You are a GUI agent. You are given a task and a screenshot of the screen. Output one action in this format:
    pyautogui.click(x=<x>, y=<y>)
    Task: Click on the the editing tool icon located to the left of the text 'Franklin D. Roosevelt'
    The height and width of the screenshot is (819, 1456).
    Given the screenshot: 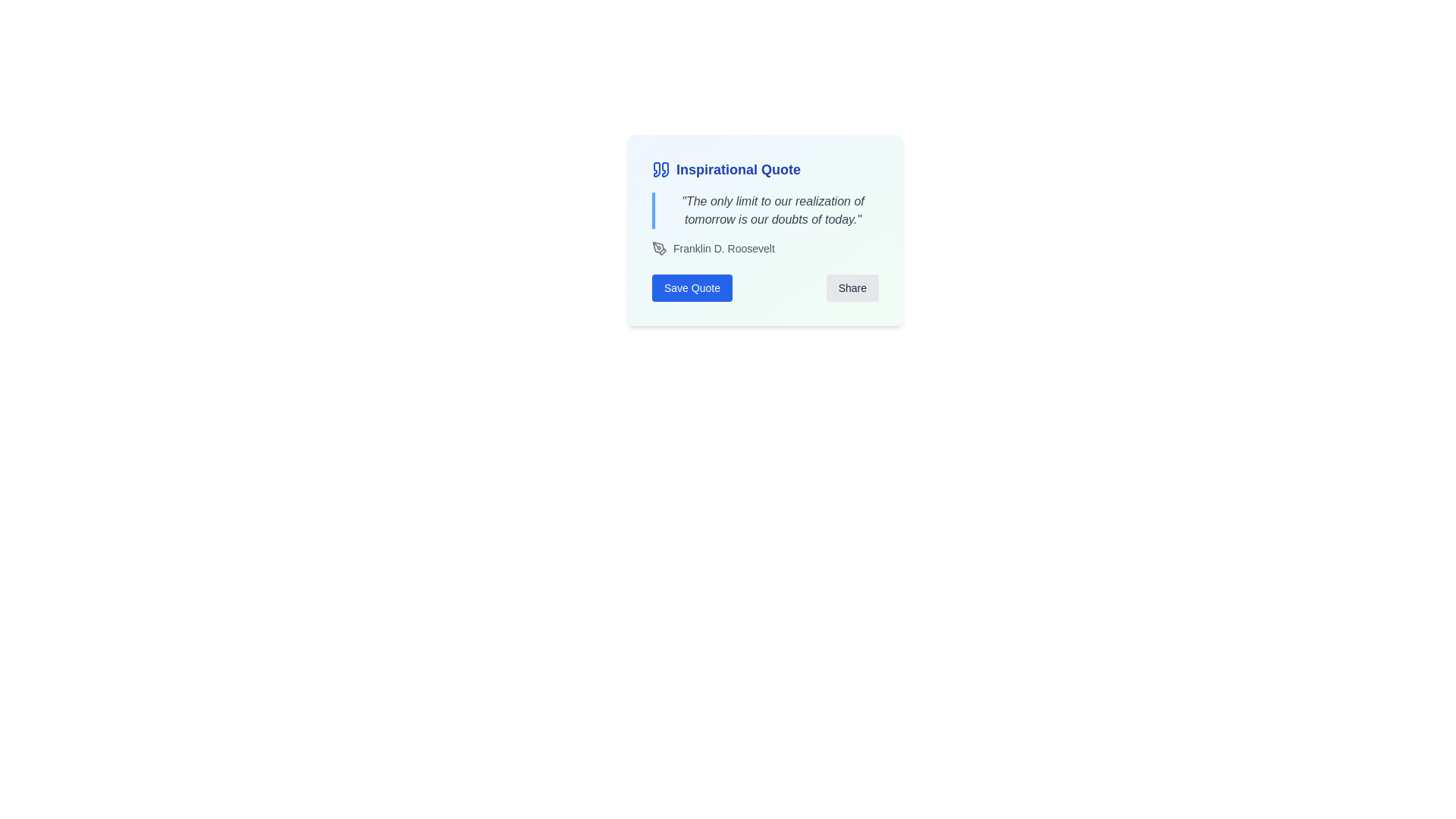 What is the action you would take?
    pyautogui.click(x=659, y=247)
    